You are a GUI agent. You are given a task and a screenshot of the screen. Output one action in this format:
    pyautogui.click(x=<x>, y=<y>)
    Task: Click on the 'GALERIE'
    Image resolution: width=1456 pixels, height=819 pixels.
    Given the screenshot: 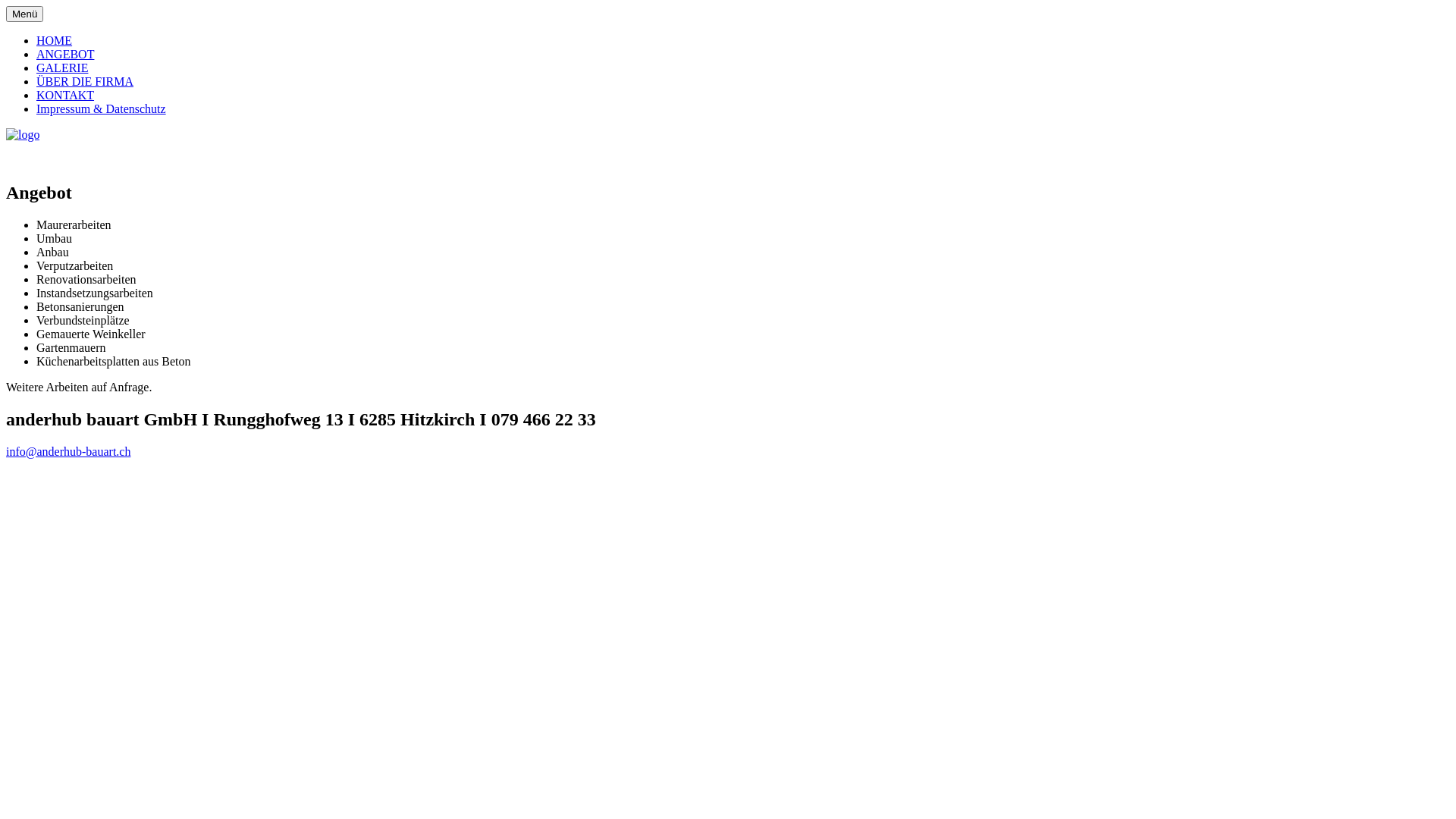 What is the action you would take?
    pyautogui.click(x=36, y=67)
    